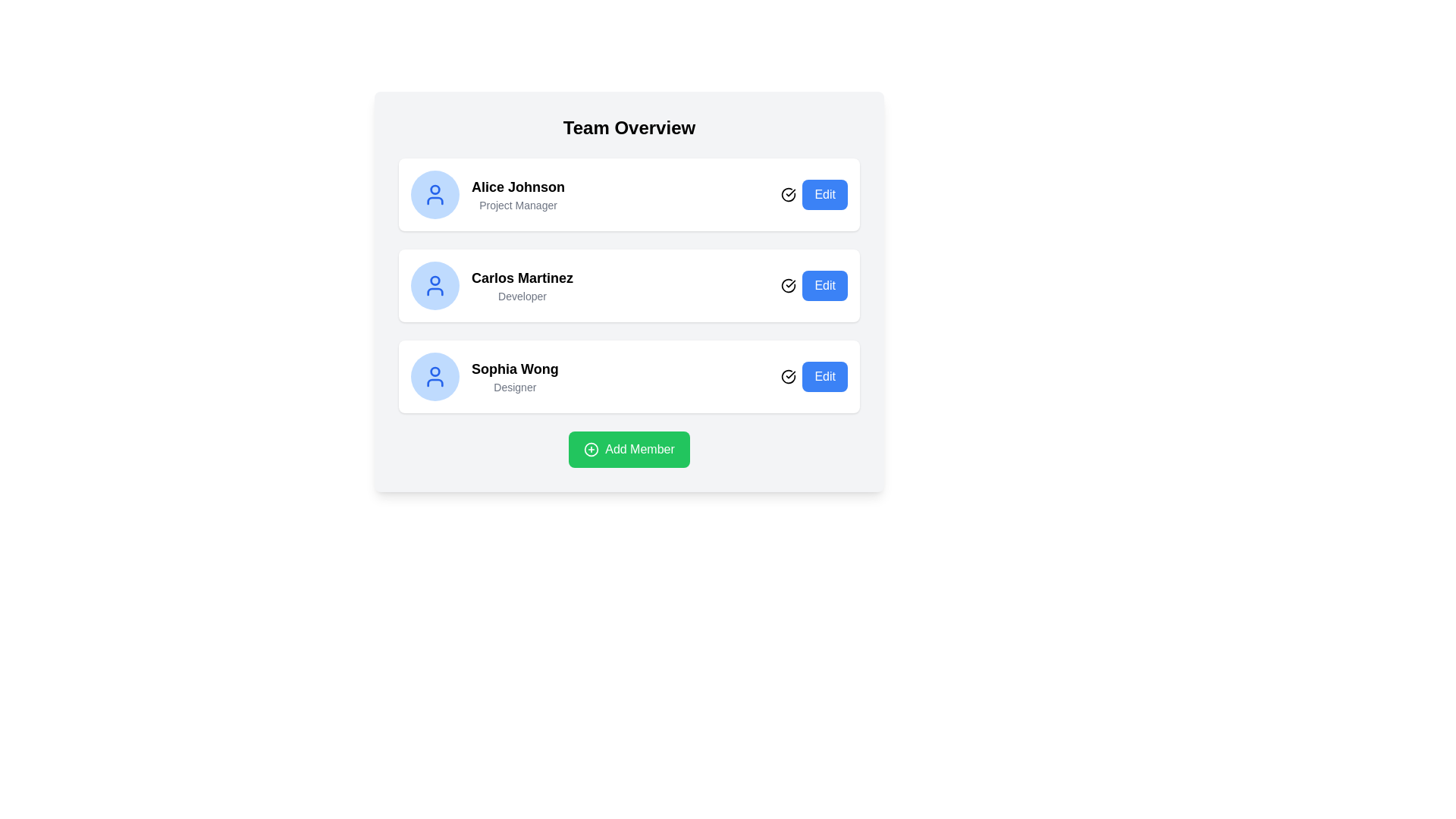 This screenshot has height=819, width=1456. I want to click on the red circular decorative element within the blue user profile icon adjacent to 'Carlos Martinez' and his role 'Developer.', so click(435, 281).